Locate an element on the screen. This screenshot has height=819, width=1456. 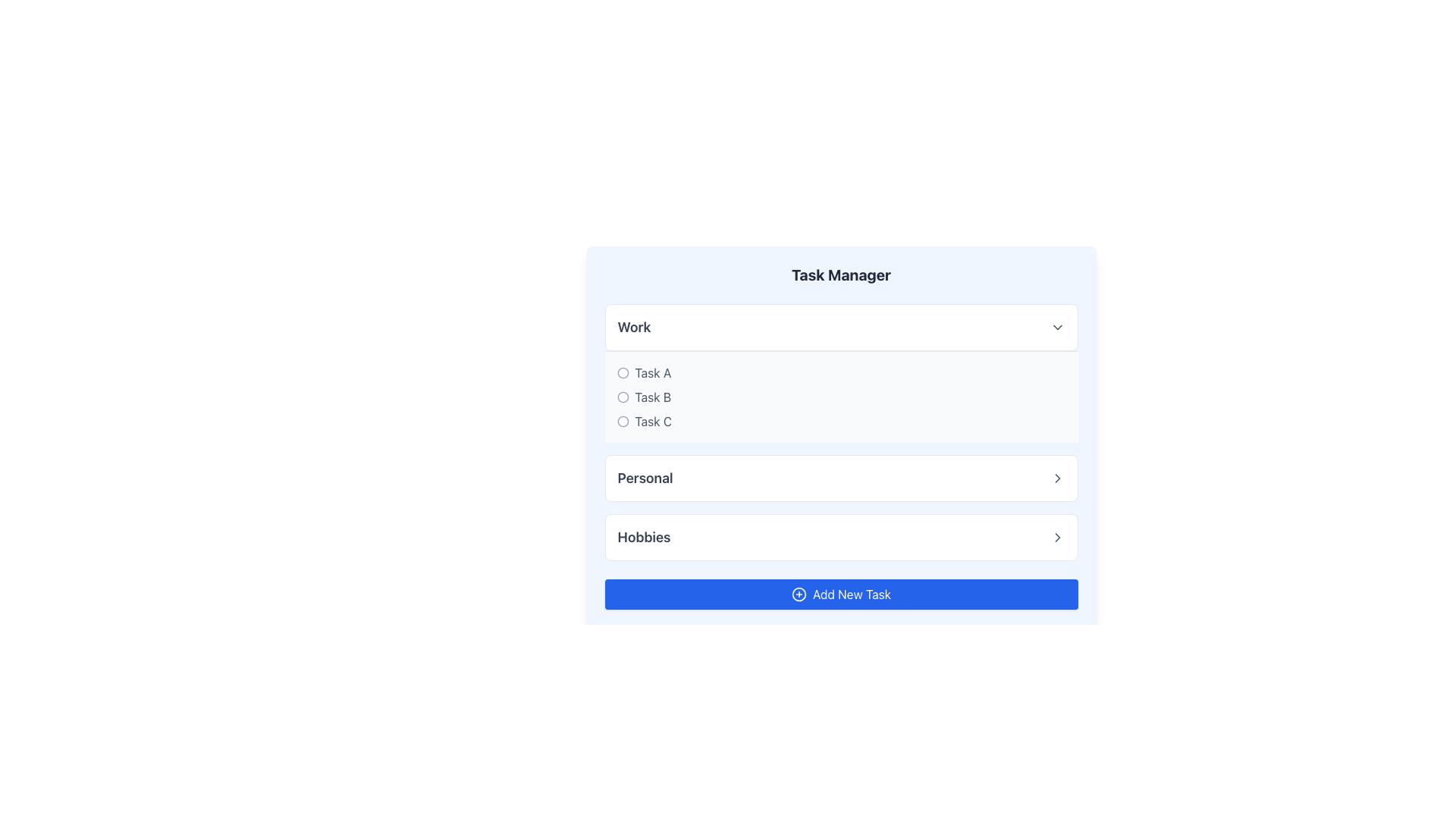
the circular radio button with a gray outline is located at coordinates (623, 397).